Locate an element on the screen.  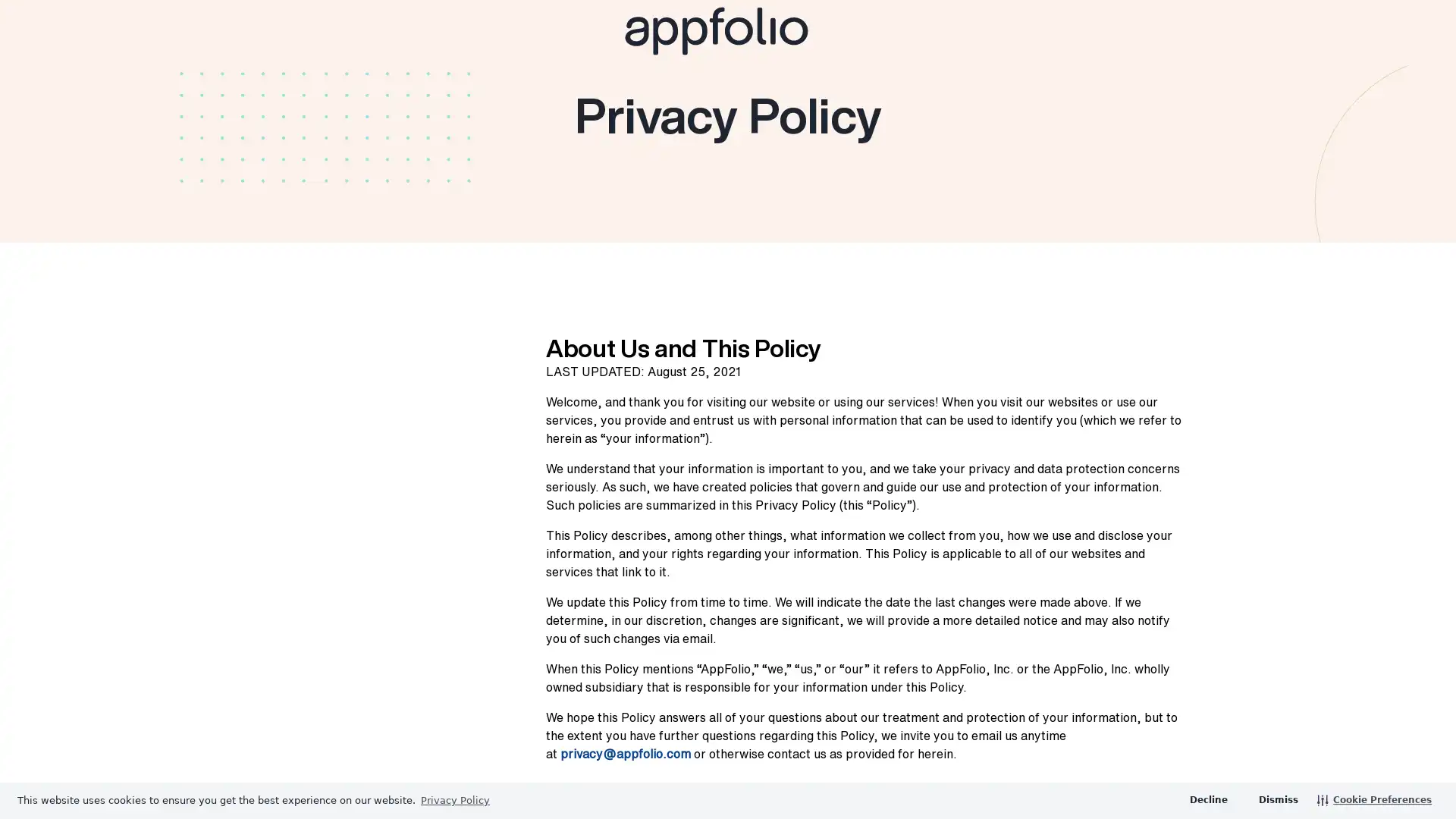
deny cookies is located at coordinates (1207, 799).